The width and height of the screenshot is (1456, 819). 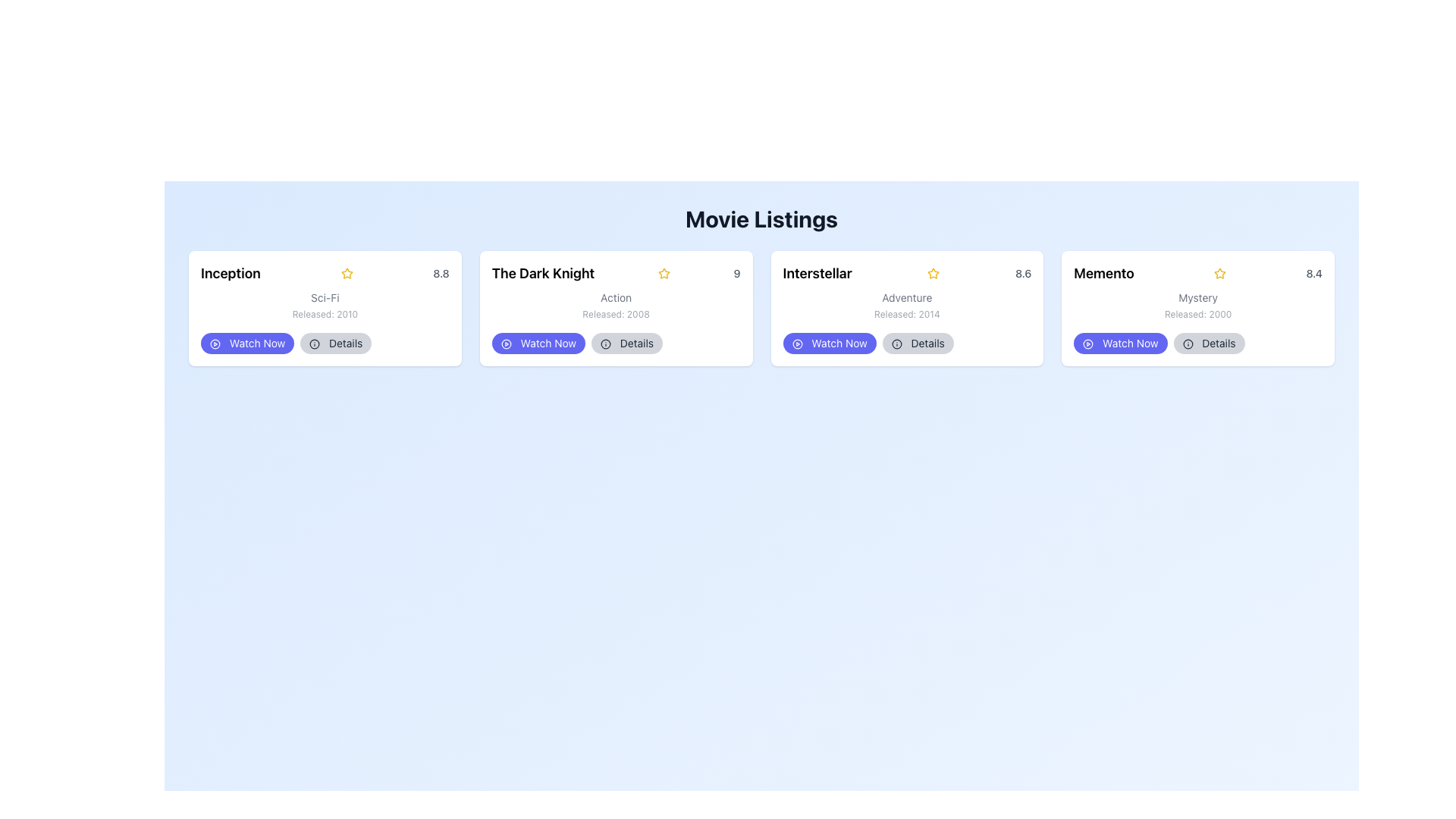 What do you see at coordinates (604, 344) in the screenshot?
I see `the circular shape in the SVG graphic that is part of the info icon, styled with the class 'lucide lucide-info inline-block mr-2'` at bounding box center [604, 344].